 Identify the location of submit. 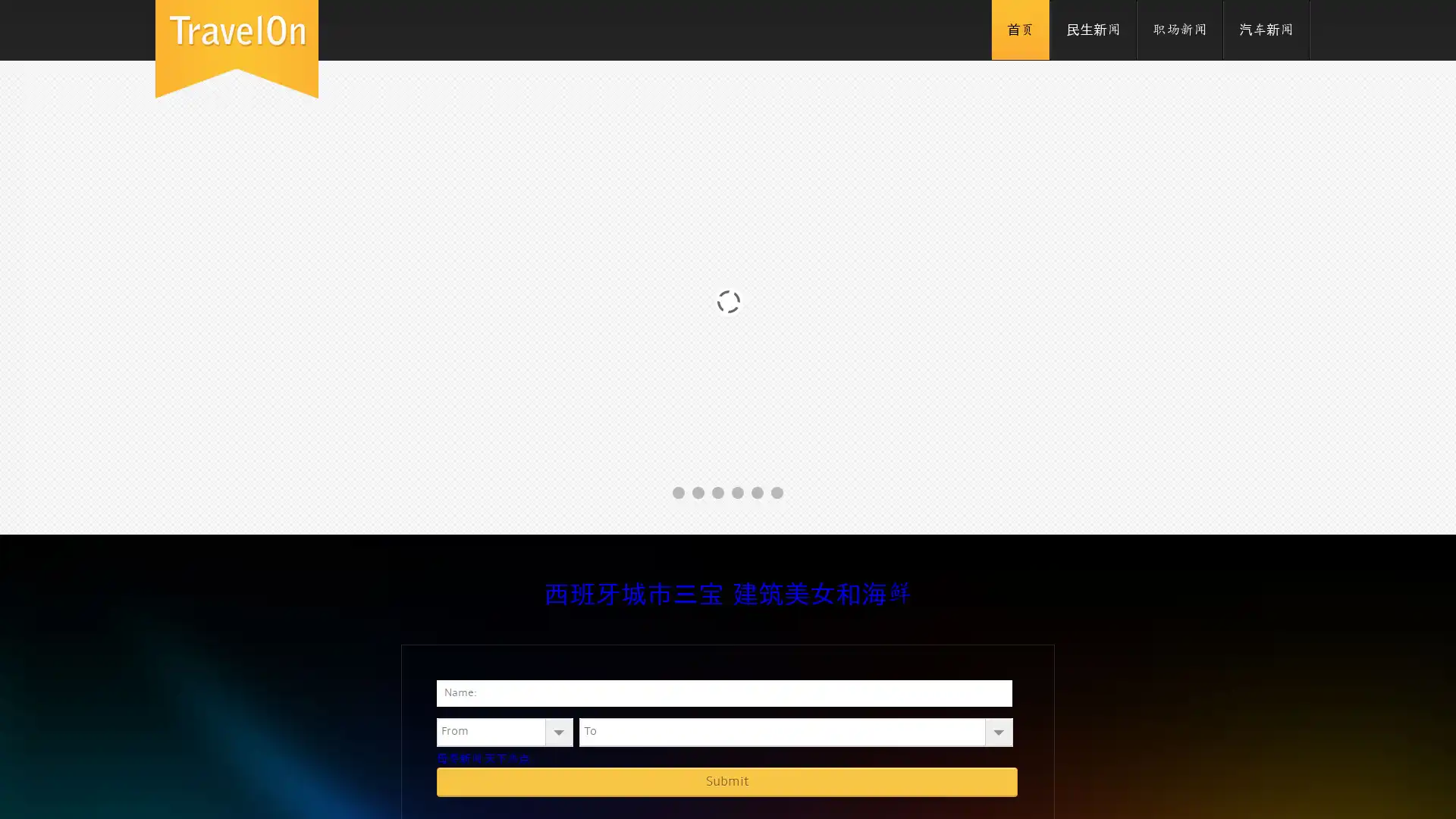
(726, 781).